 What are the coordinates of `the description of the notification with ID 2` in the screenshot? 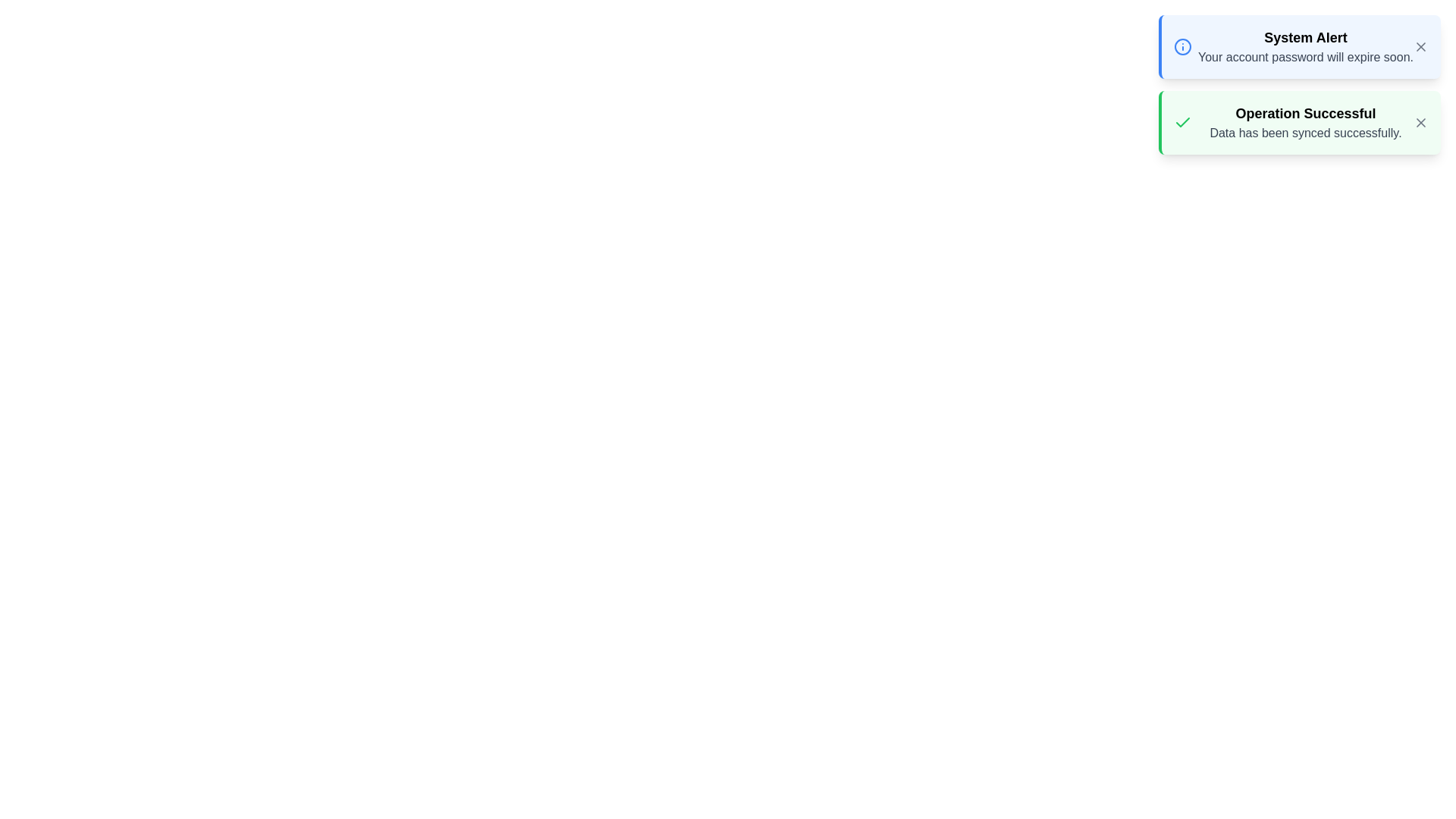 It's located at (1305, 122).